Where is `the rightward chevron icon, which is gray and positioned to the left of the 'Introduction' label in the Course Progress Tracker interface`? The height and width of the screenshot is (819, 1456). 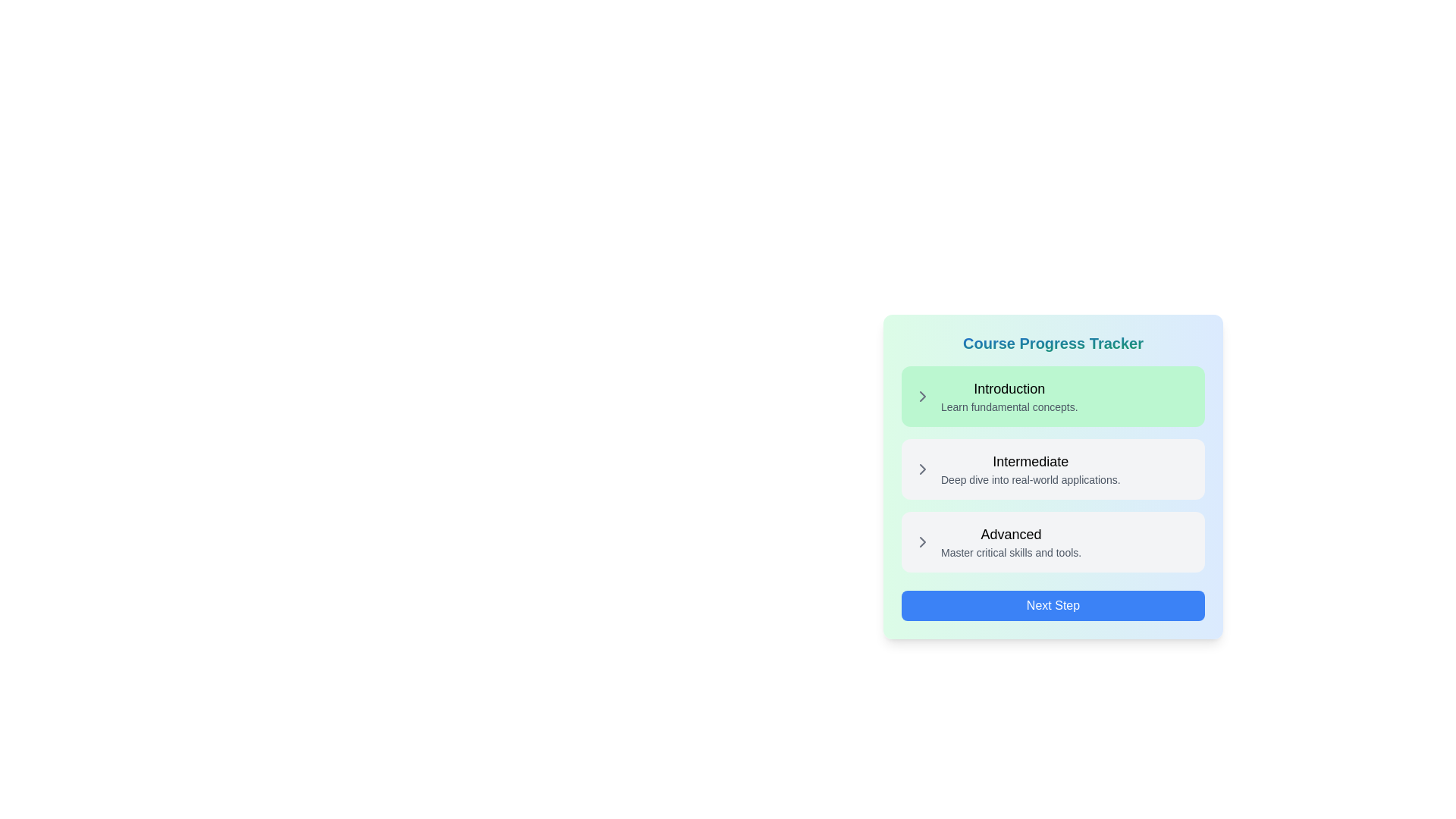 the rightward chevron icon, which is gray and positioned to the left of the 'Introduction' label in the Course Progress Tracker interface is located at coordinates (922, 396).